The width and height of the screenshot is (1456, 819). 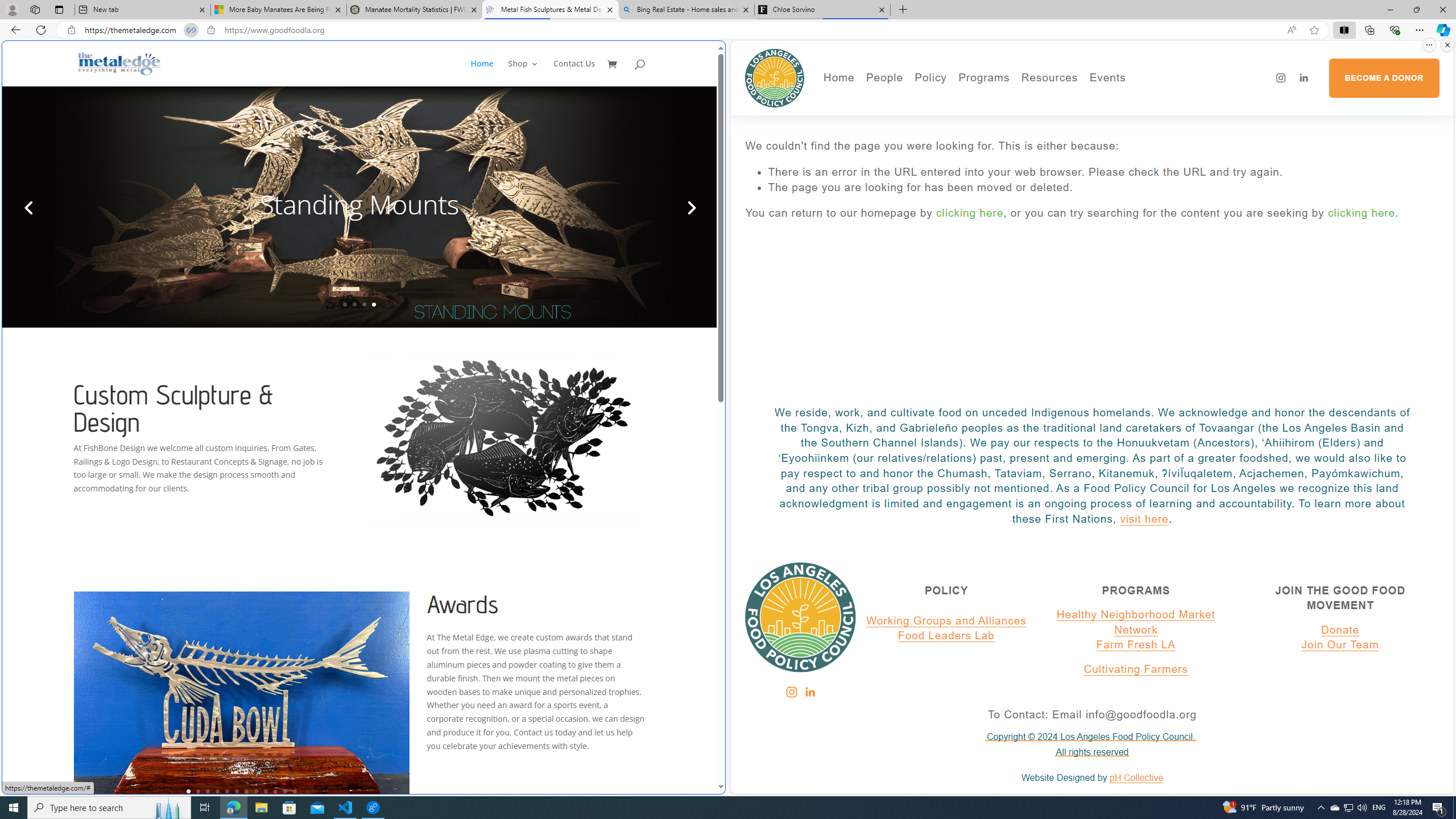 What do you see at coordinates (1384, 78) in the screenshot?
I see `'BECOME A DONOR'` at bounding box center [1384, 78].